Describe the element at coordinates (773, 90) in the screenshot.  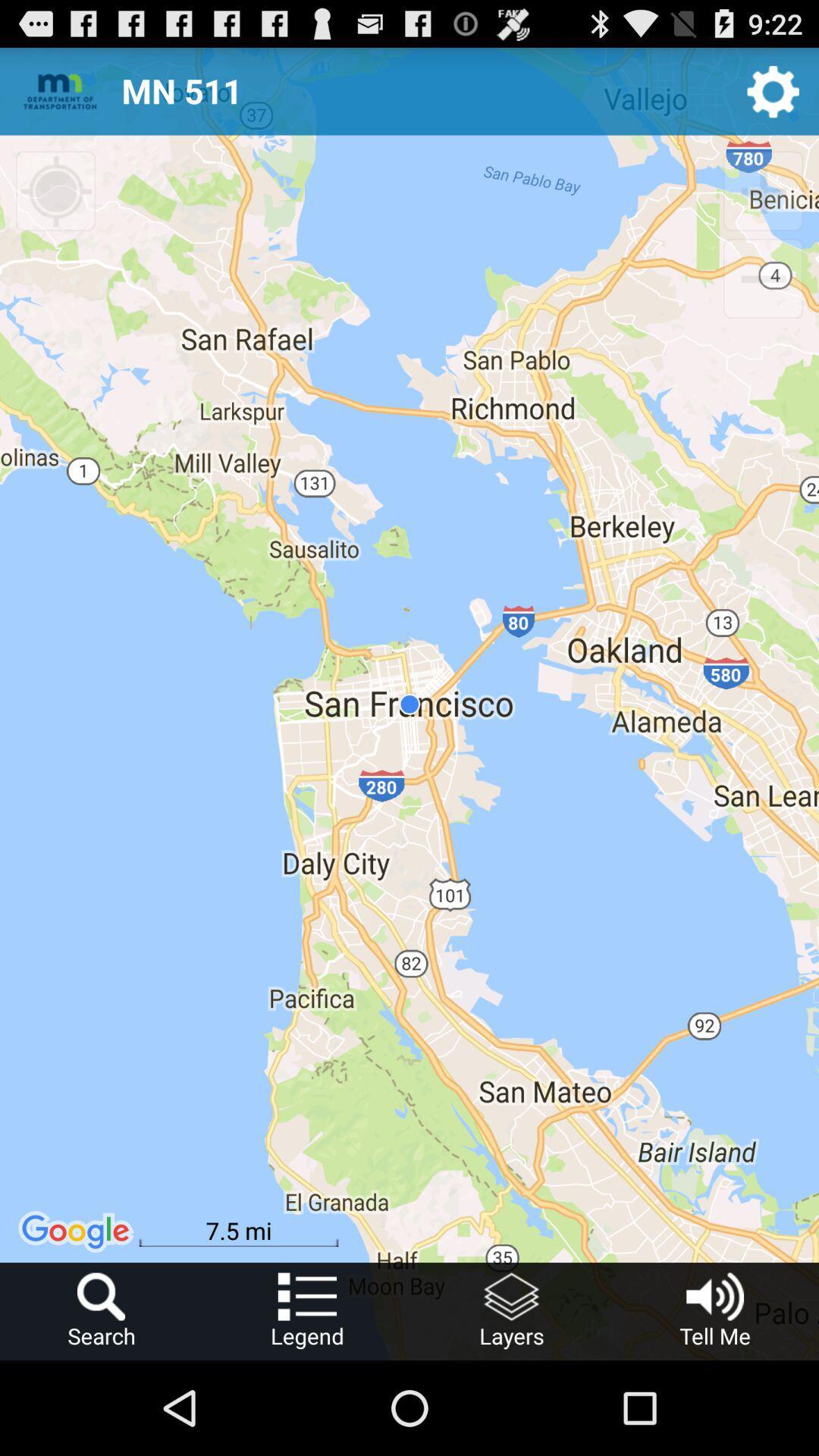
I see `the item next to mn 511` at that location.